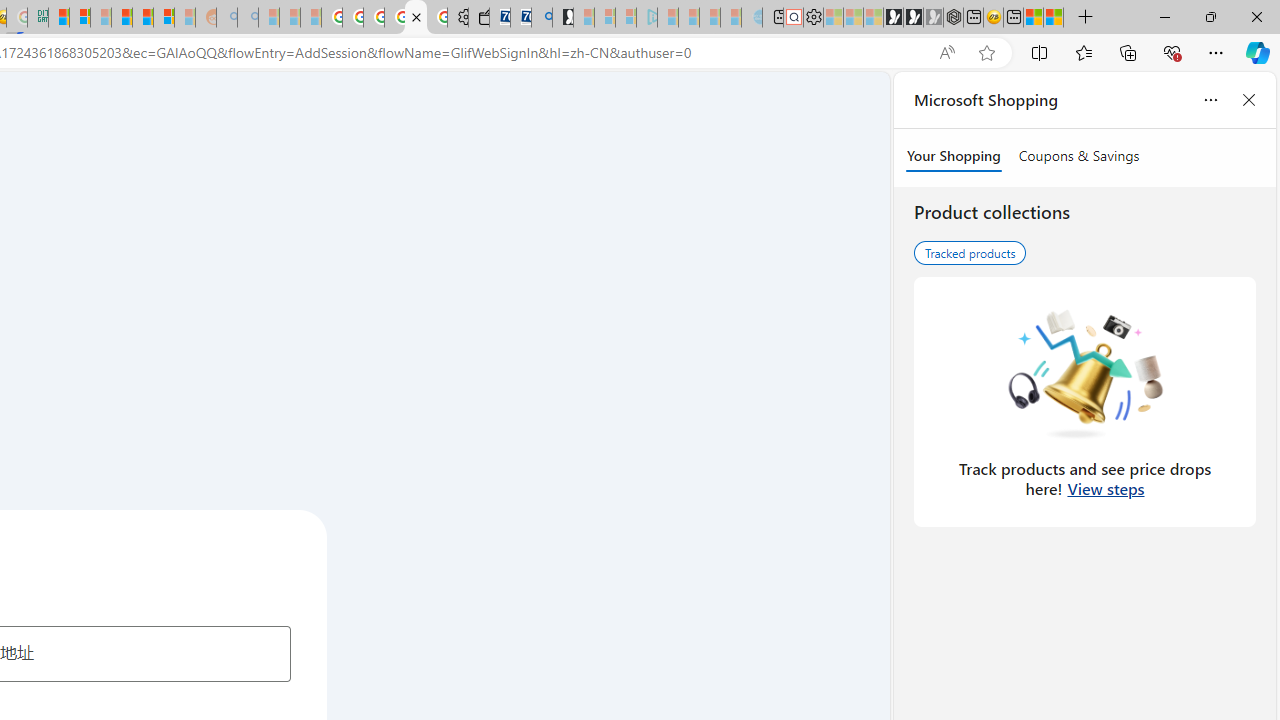 The width and height of the screenshot is (1280, 720). What do you see at coordinates (520, 17) in the screenshot?
I see `'Cheap Car Rentals - Save70.com'` at bounding box center [520, 17].